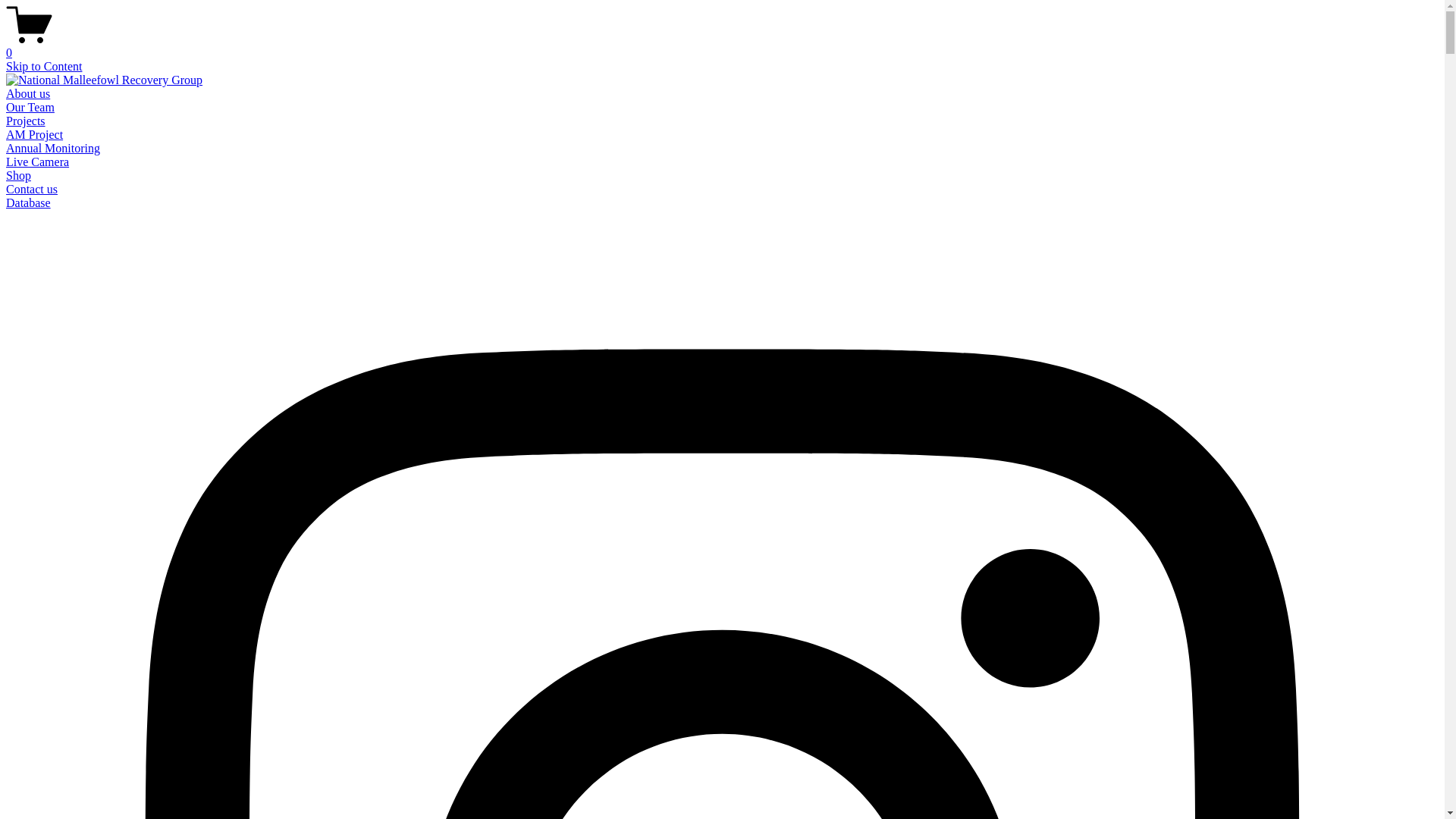 This screenshot has width=1456, height=819. What do you see at coordinates (25, 120) in the screenshot?
I see `'Projects'` at bounding box center [25, 120].